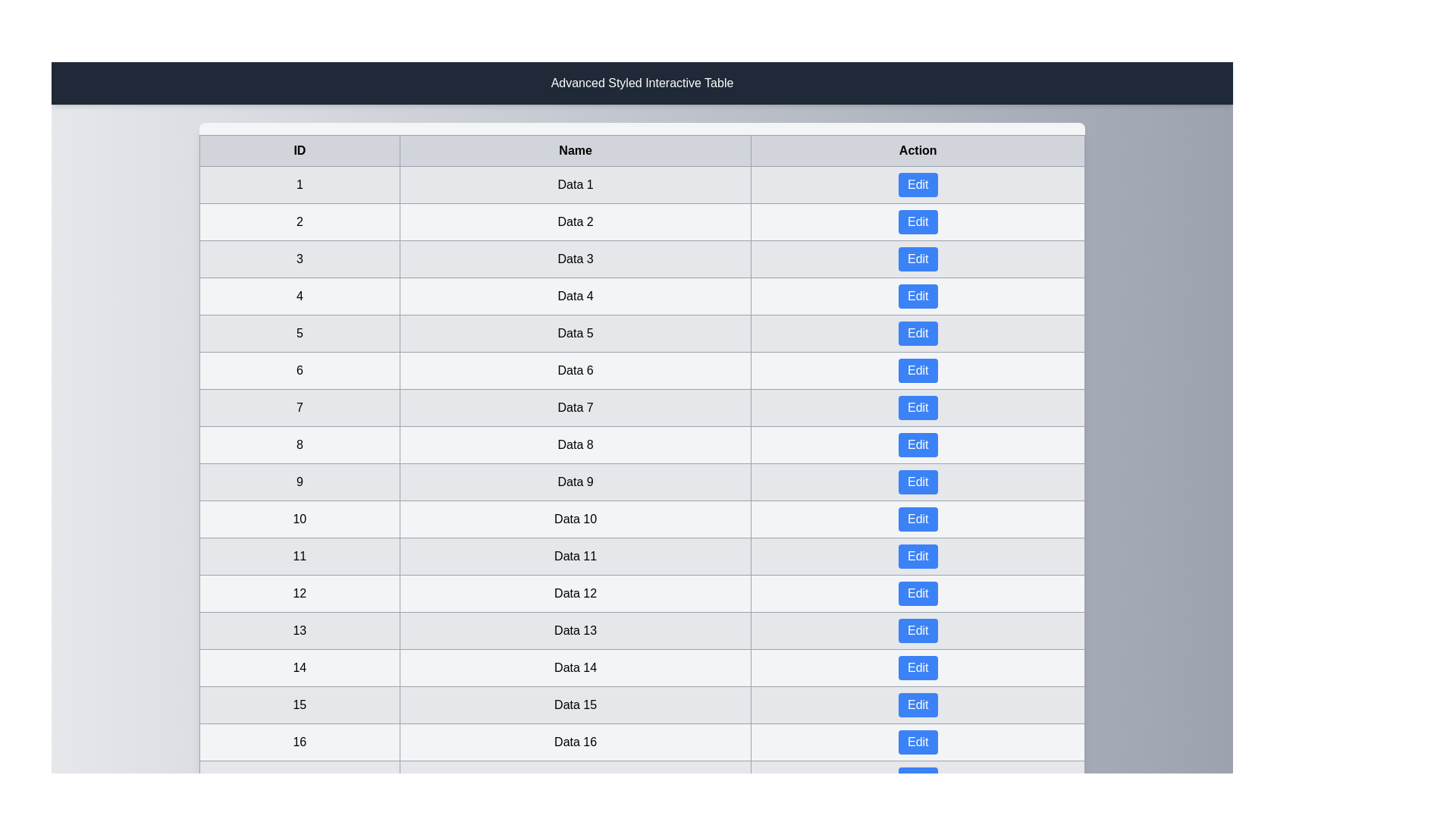 This screenshot has width=1456, height=819. Describe the element at coordinates (917, 151) in the screenshot. I see `the column header Action to sort the table` at that location.